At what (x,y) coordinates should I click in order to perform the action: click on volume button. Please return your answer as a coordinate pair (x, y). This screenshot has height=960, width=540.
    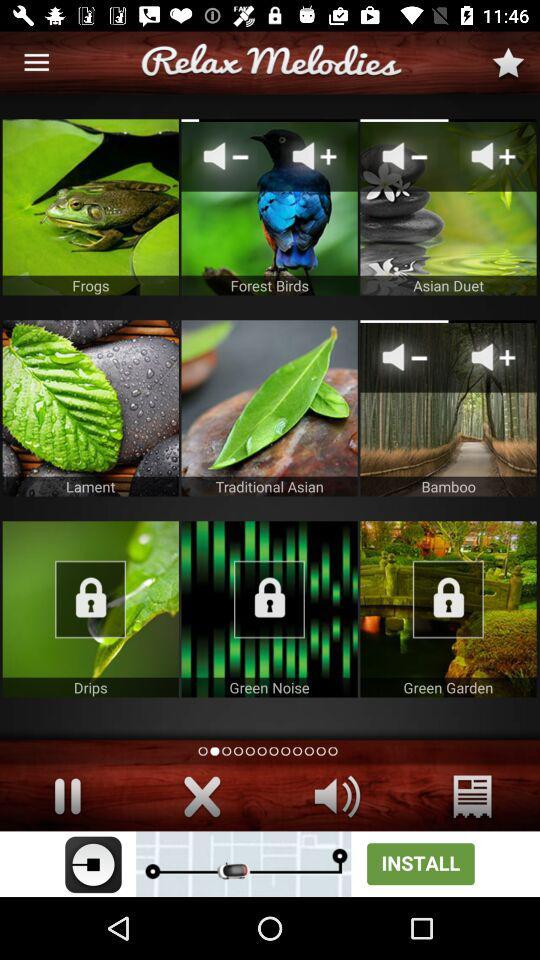
    Looking at the image, I should click on (337, 796).